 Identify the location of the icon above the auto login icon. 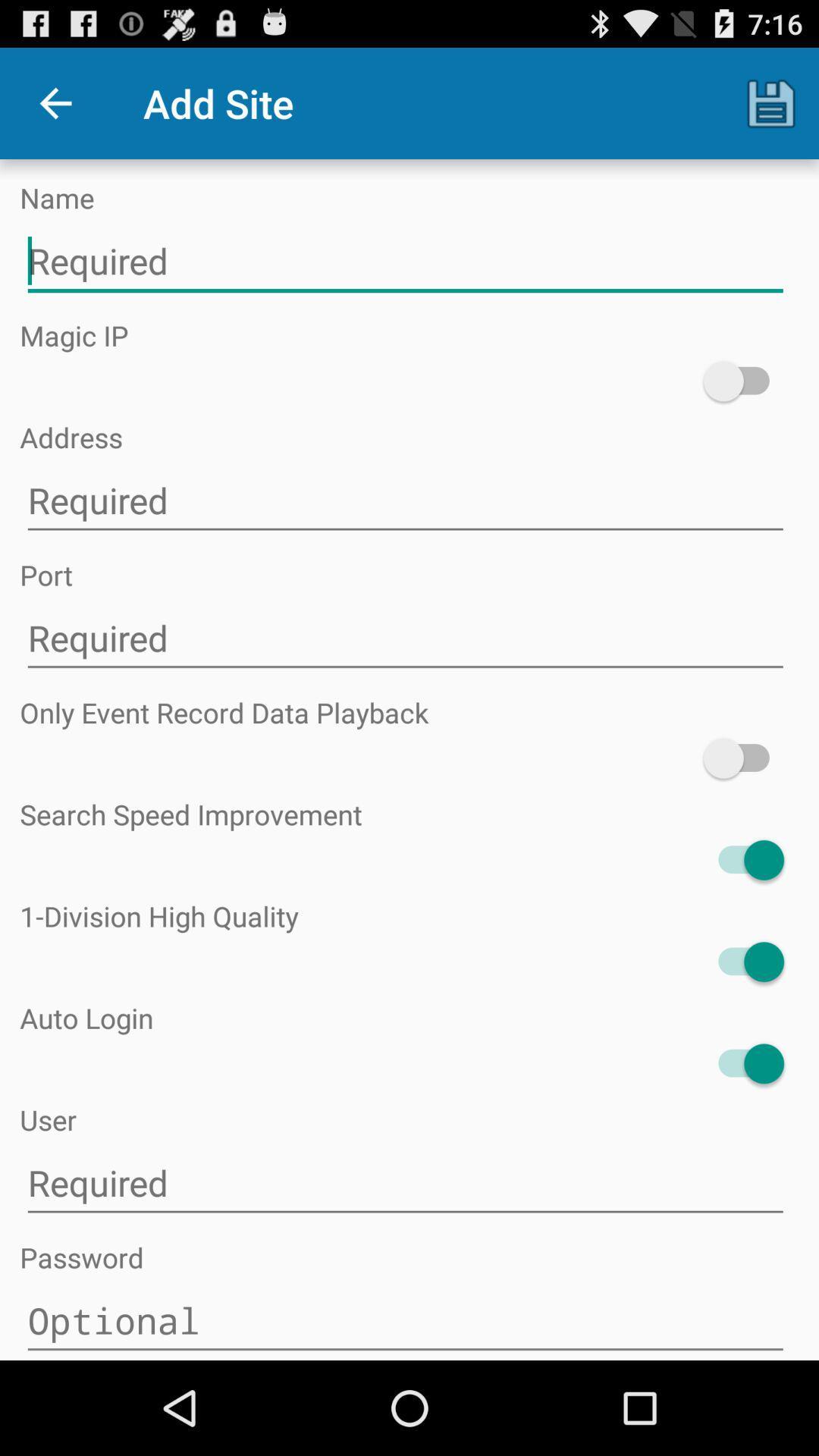
(742, 961).